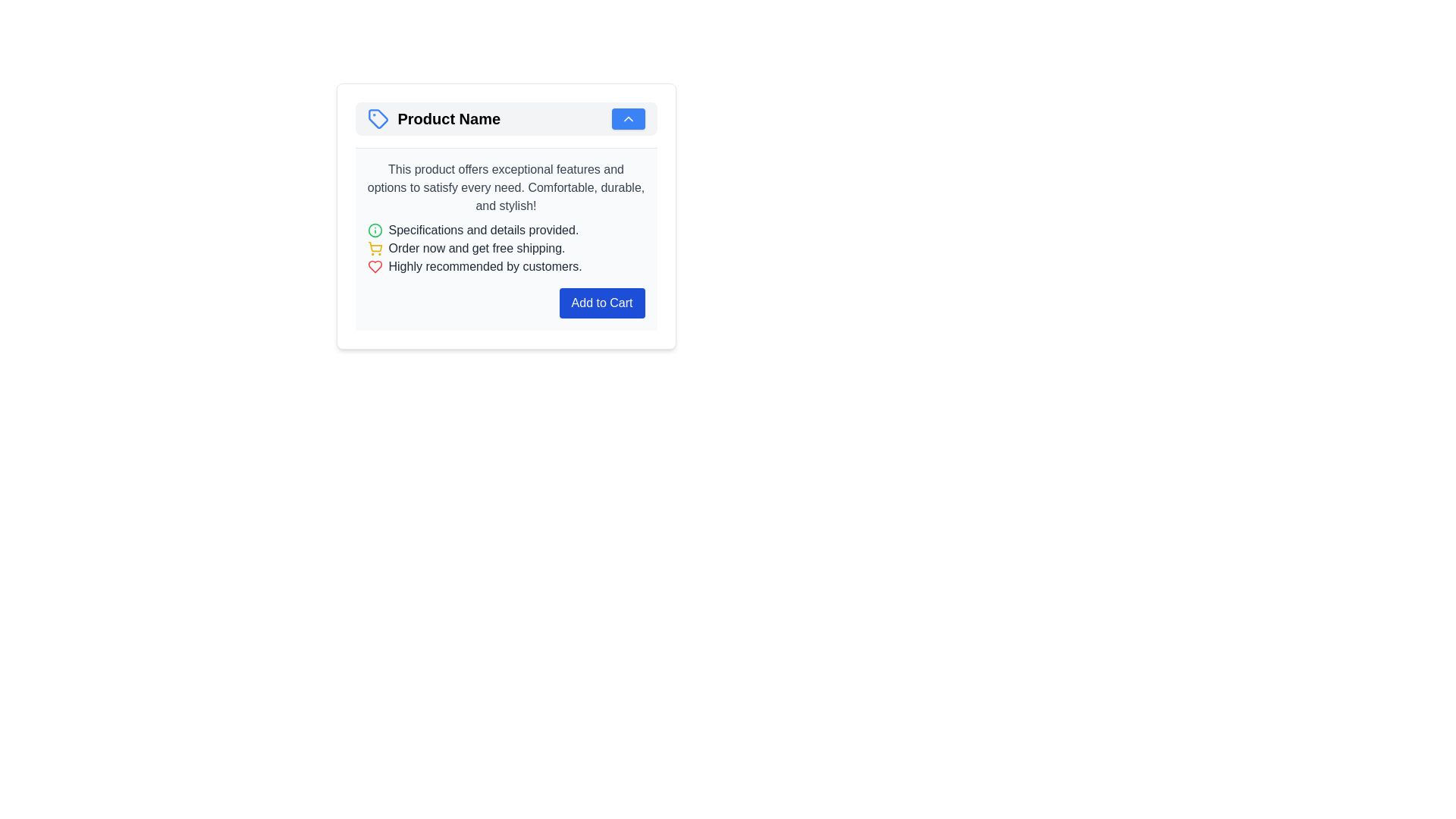 This screenshot has height=819, width=1456. Describe the element at coordinates (378, 118) in the screenshot. I see `the blue tag icon located to the left of the 'Product Name' title heading in the header section of the card` at that location.